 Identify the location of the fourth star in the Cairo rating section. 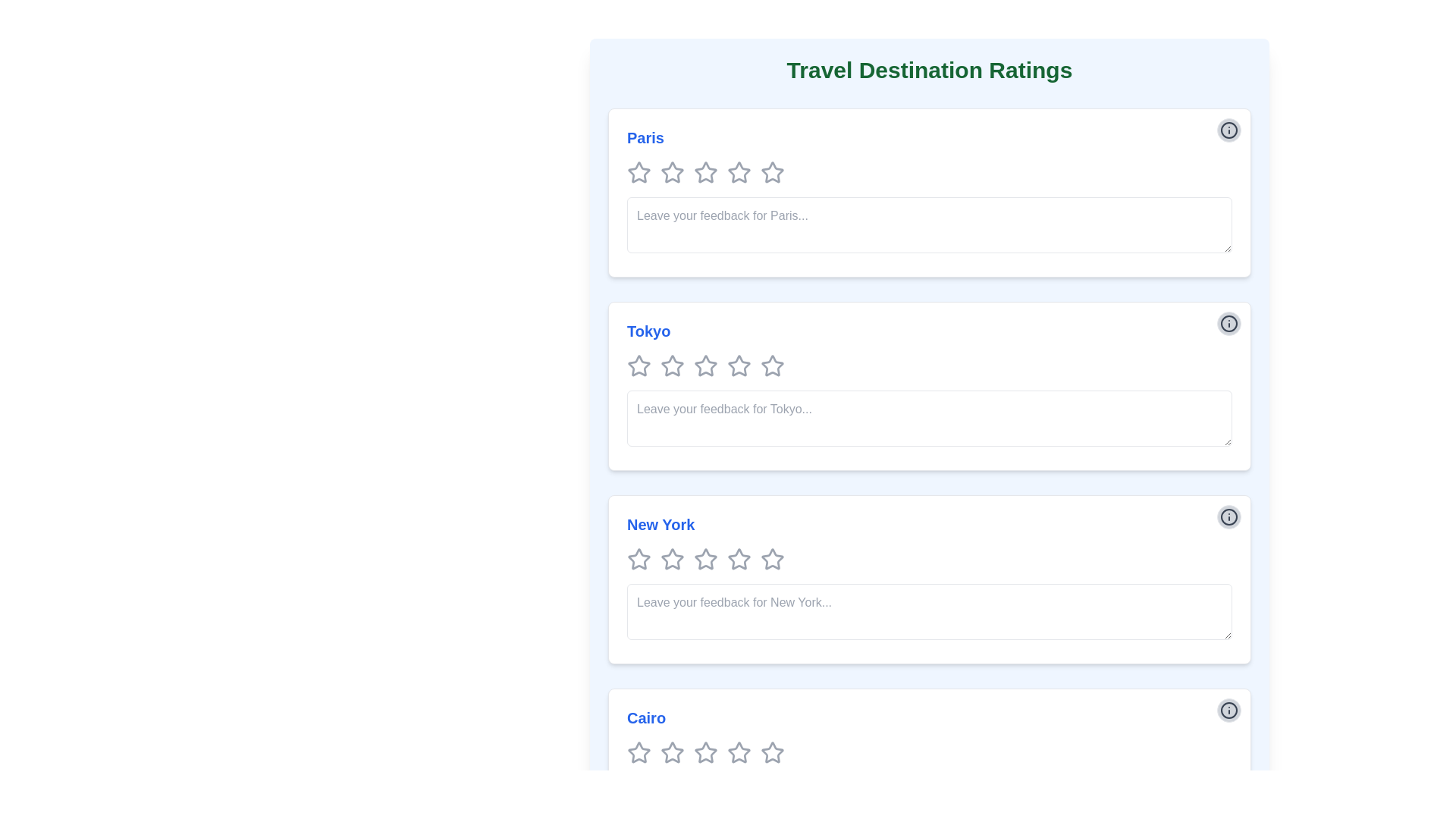
(705, 752).